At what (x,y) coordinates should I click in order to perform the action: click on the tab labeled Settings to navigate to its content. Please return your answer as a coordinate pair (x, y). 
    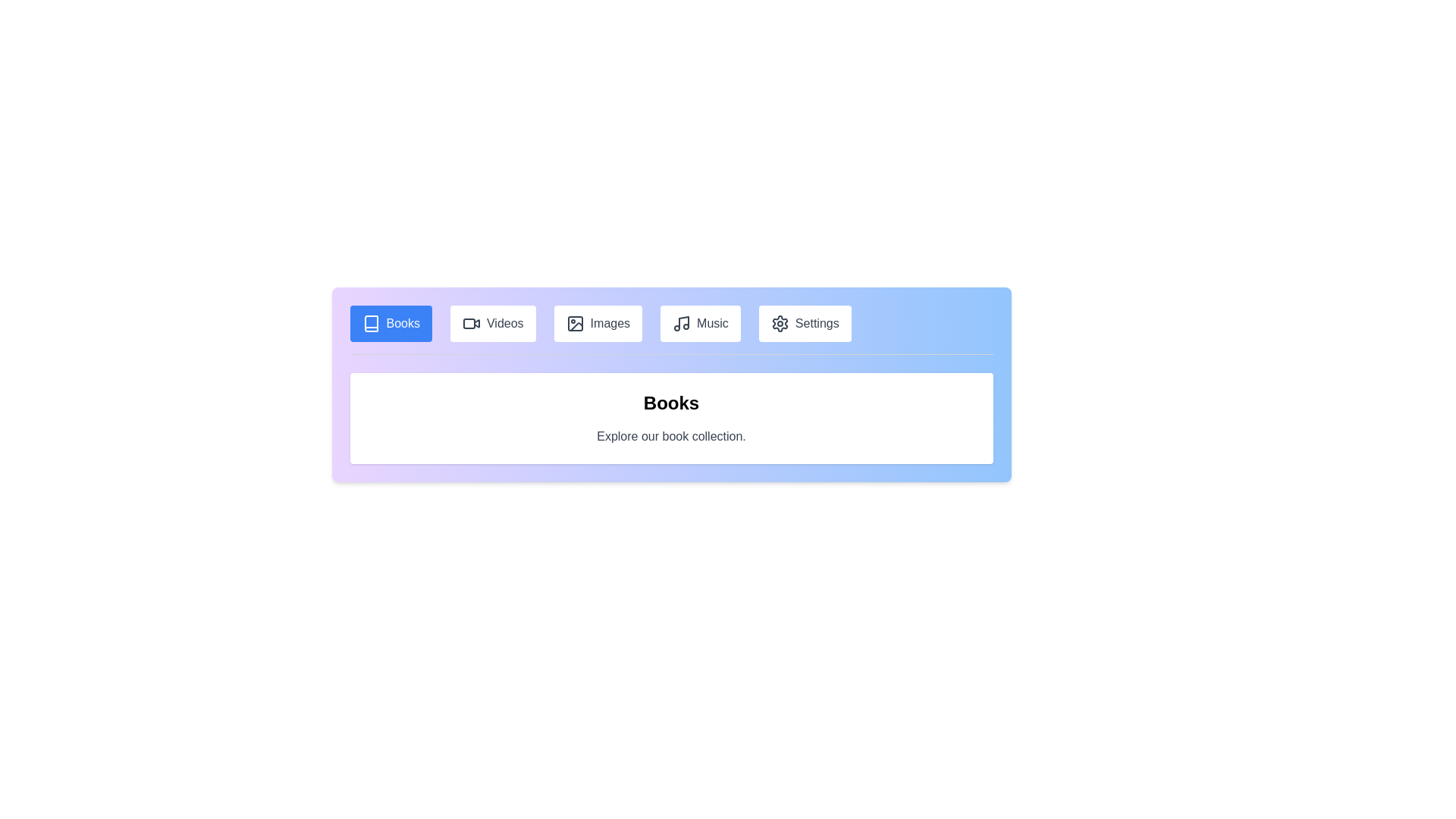
    Looking at the image, I should click on (804, 323).